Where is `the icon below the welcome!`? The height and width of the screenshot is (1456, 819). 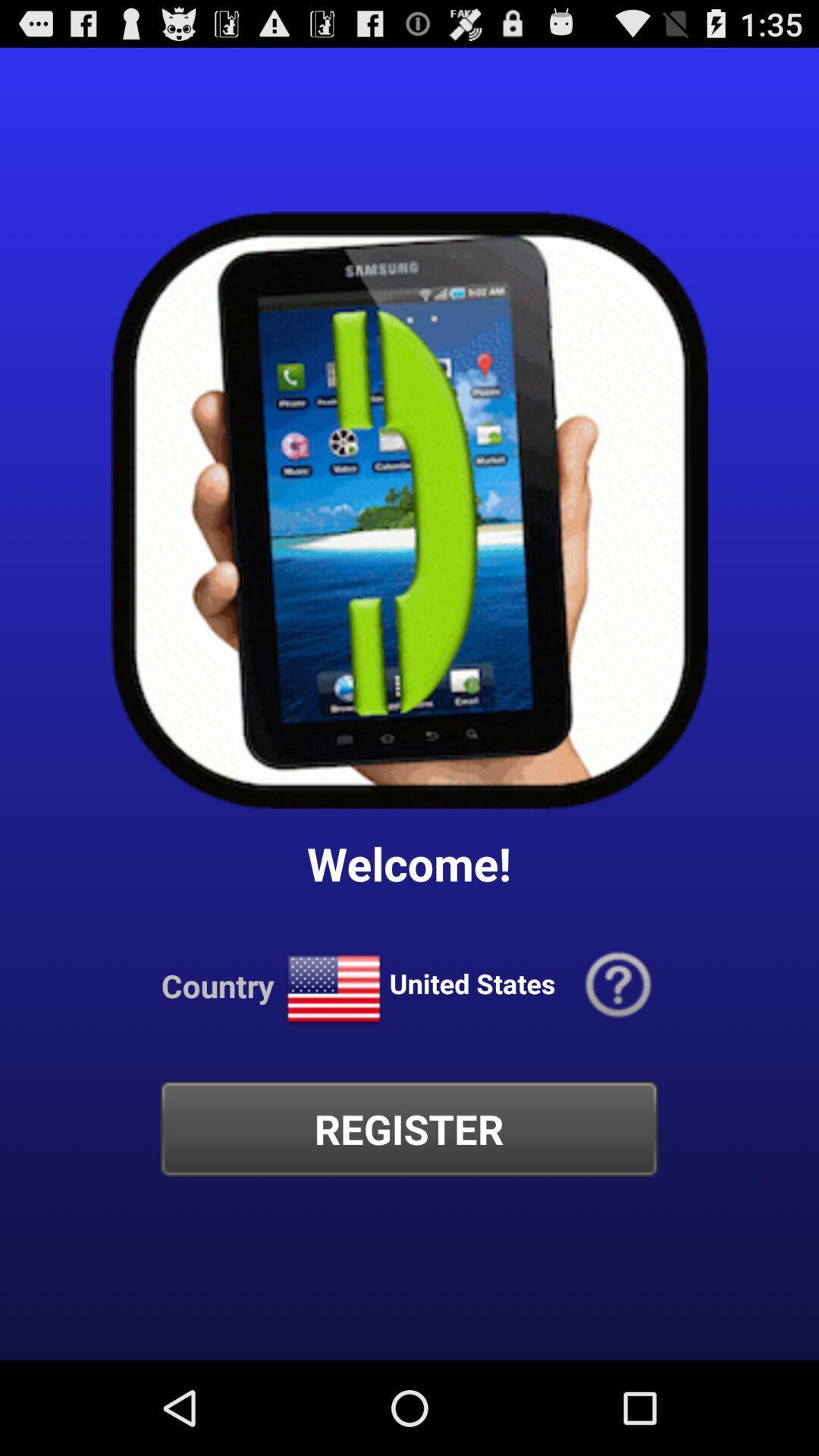 the icon below the welcome! is located at coordinates (333, 990).